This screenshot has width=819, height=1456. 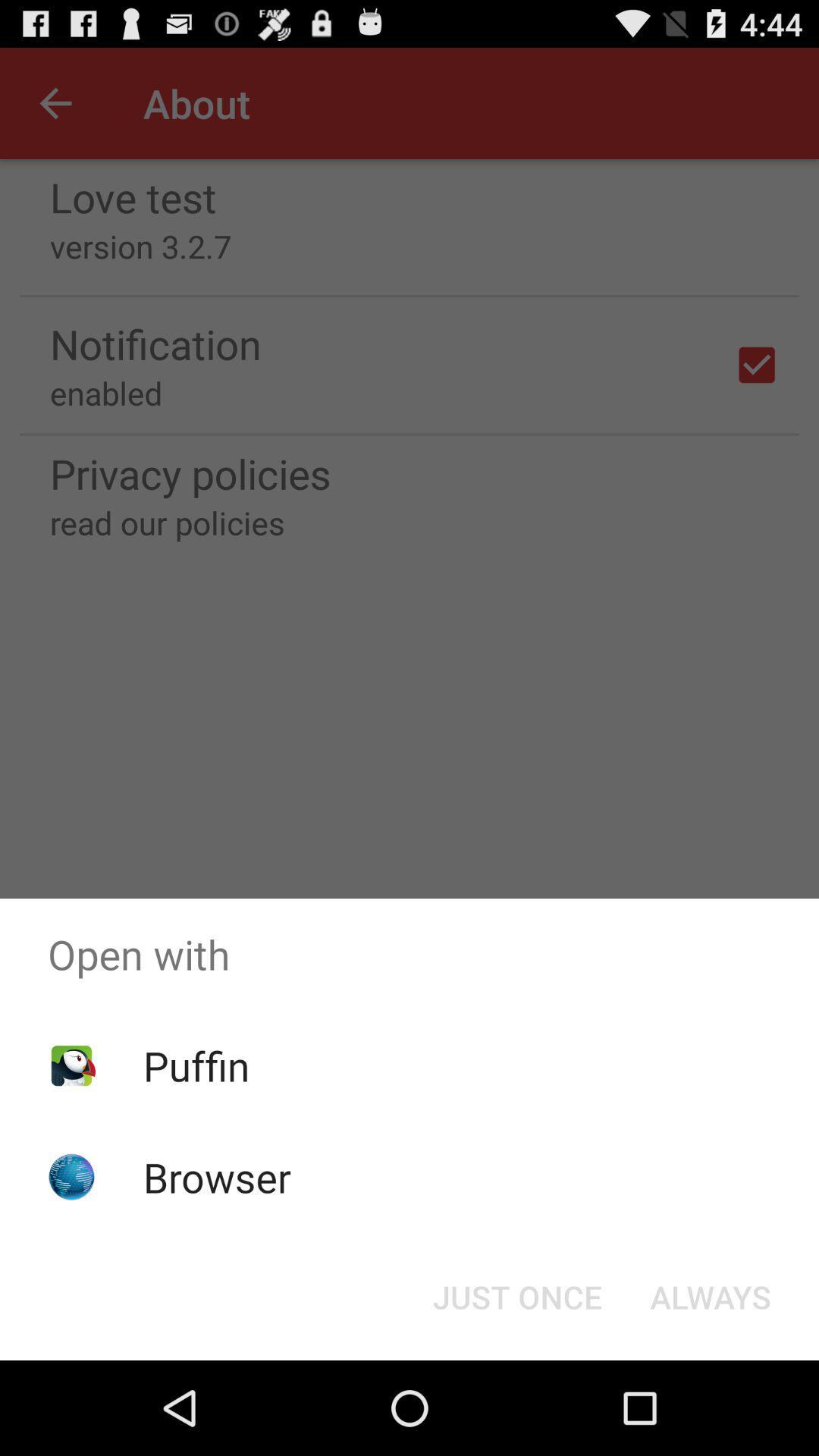 What do you see at coordinates (516, 1295) in the screenshot?
I see `the item next to always button` at bounding box center [516, 1295].